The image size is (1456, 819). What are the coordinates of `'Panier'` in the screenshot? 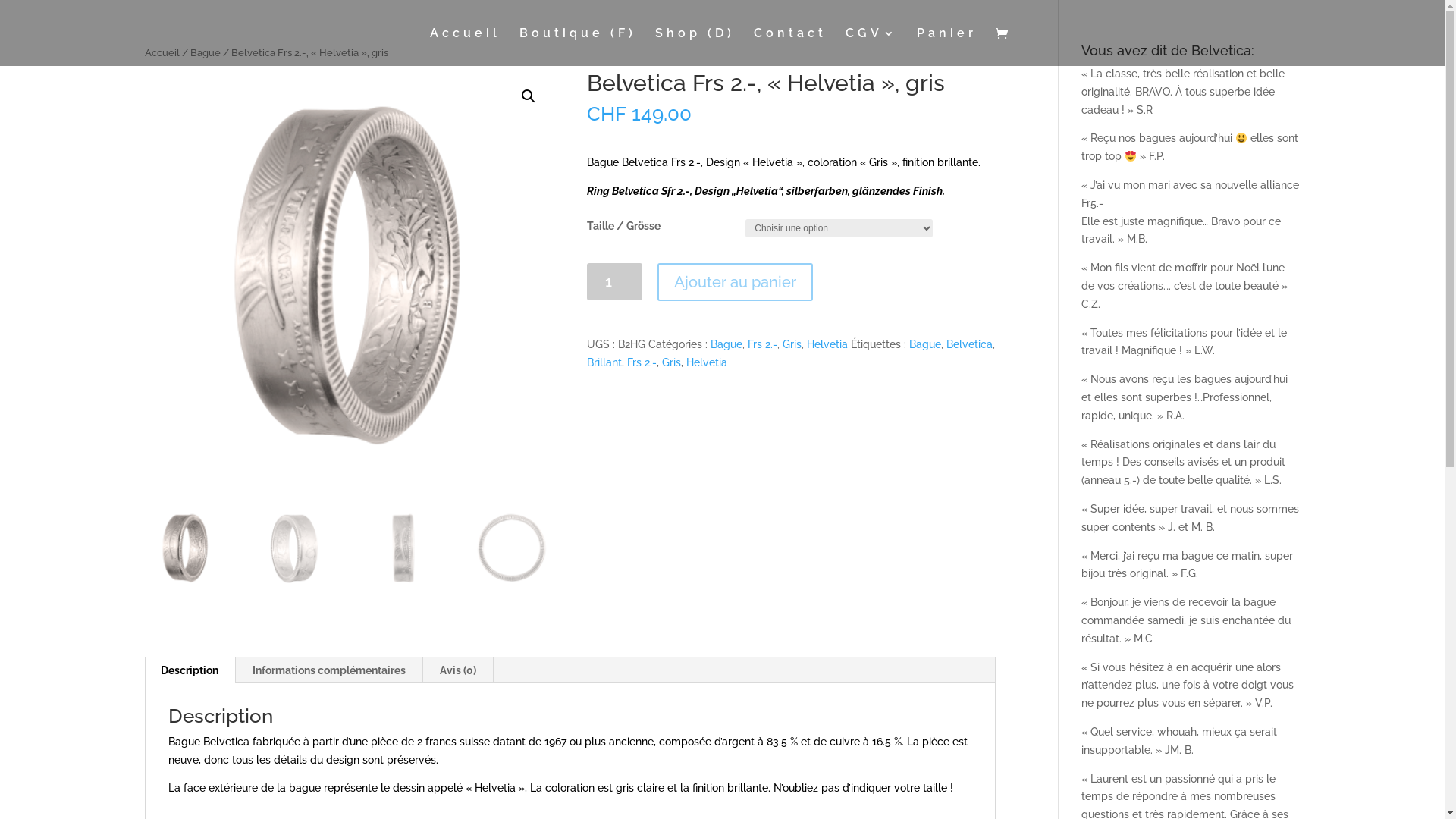 It's located at (945, 45).